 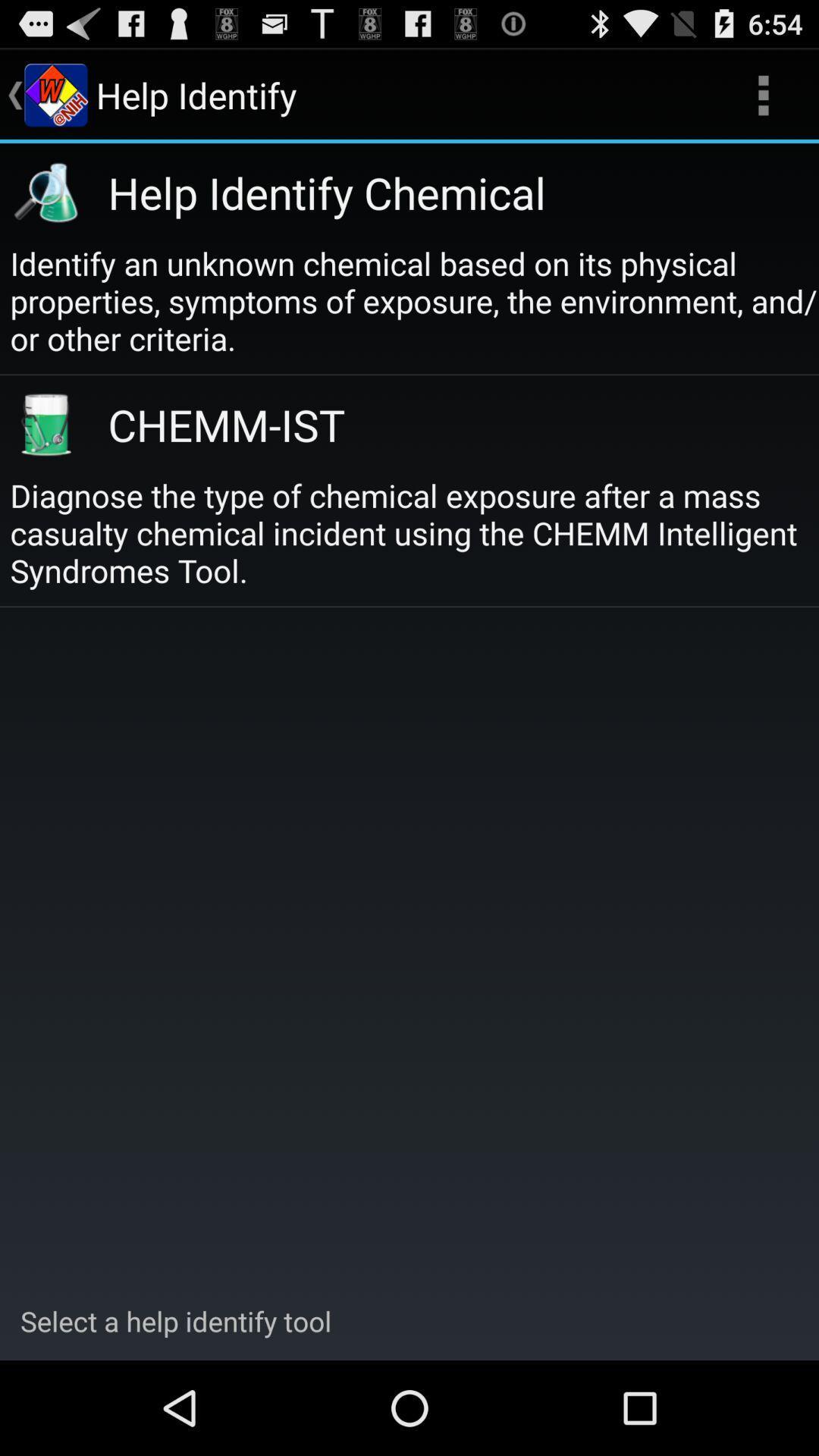 What do you see at coordinates (445, 424) in the screenshot?
I see `chemm-ist icon` at bounding box center [445, 424].